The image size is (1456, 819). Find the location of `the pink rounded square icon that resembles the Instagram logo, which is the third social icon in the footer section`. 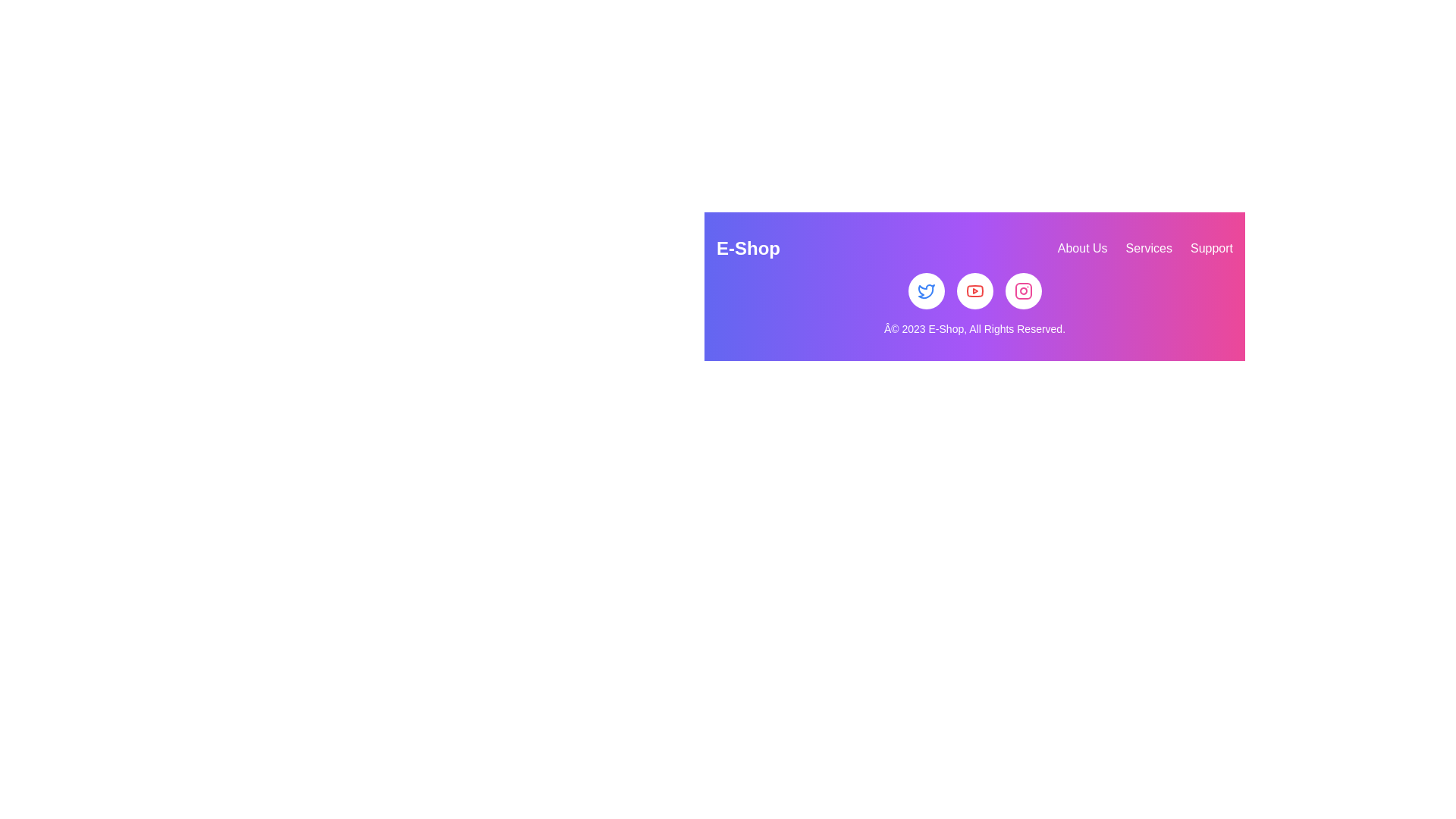

the pink rounded square icon that resembles the Instagram logo, which is the third social icon in the footer section is located at coordinates (1023, 291).